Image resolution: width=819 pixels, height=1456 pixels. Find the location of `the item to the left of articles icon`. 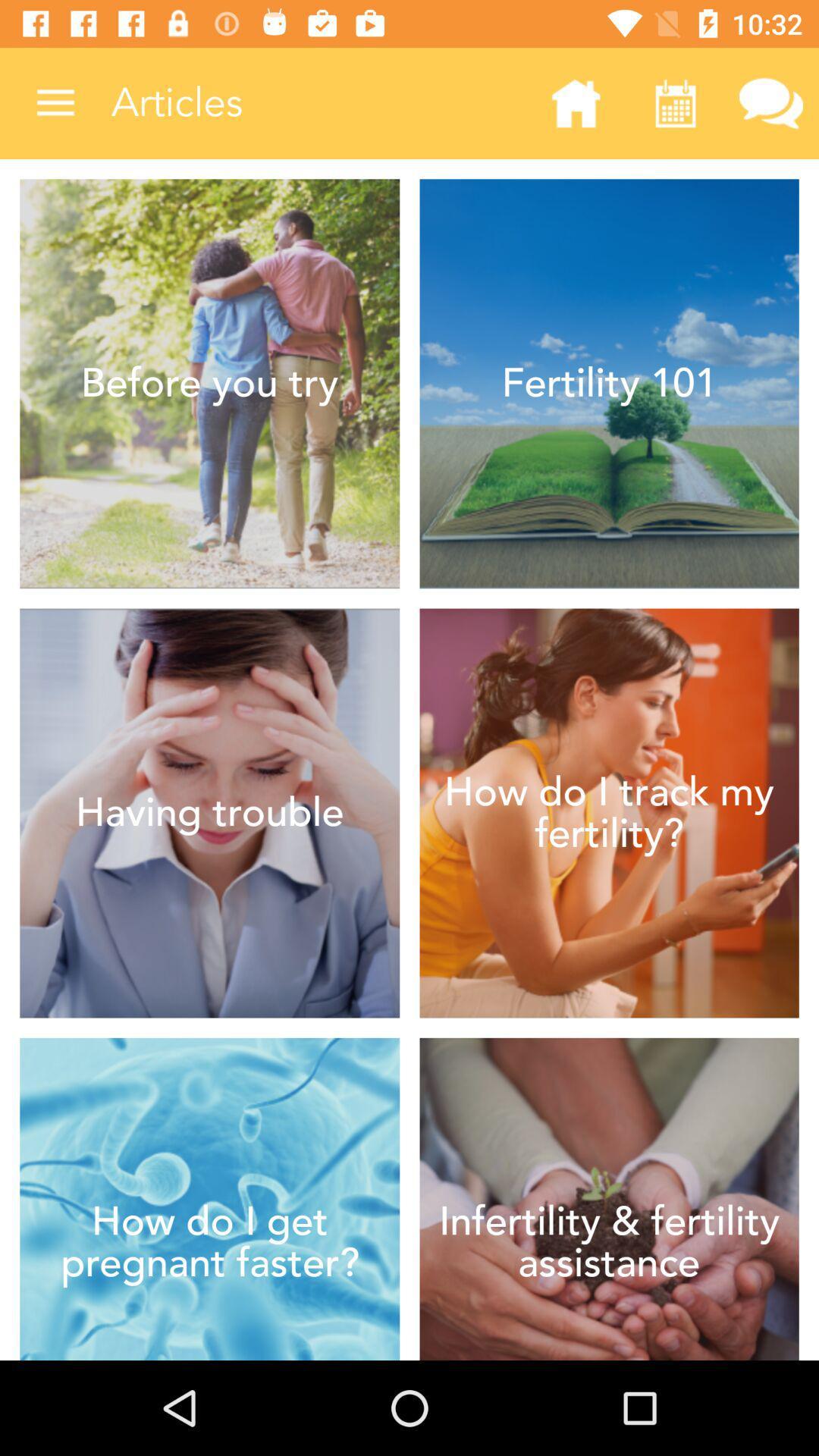

the item to the left of articles icon is located at coordinates (55, 102).